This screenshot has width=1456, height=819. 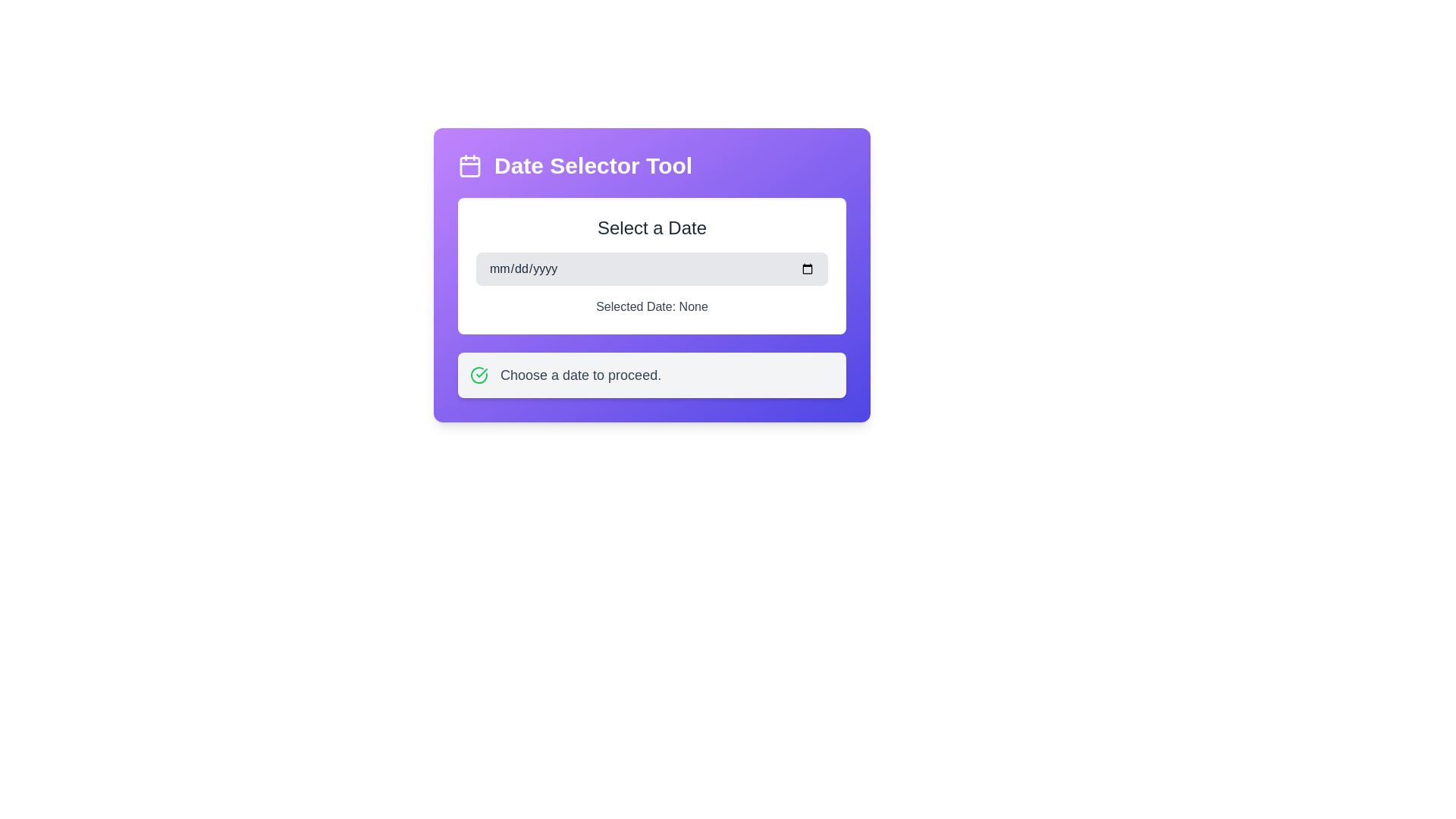 I want to click on the calendar icon styled with rounded corners, white strokes, and a transparent fill, located on the left side of the purple header of the 'Date Selector Tool', so click(x=469, y=166).